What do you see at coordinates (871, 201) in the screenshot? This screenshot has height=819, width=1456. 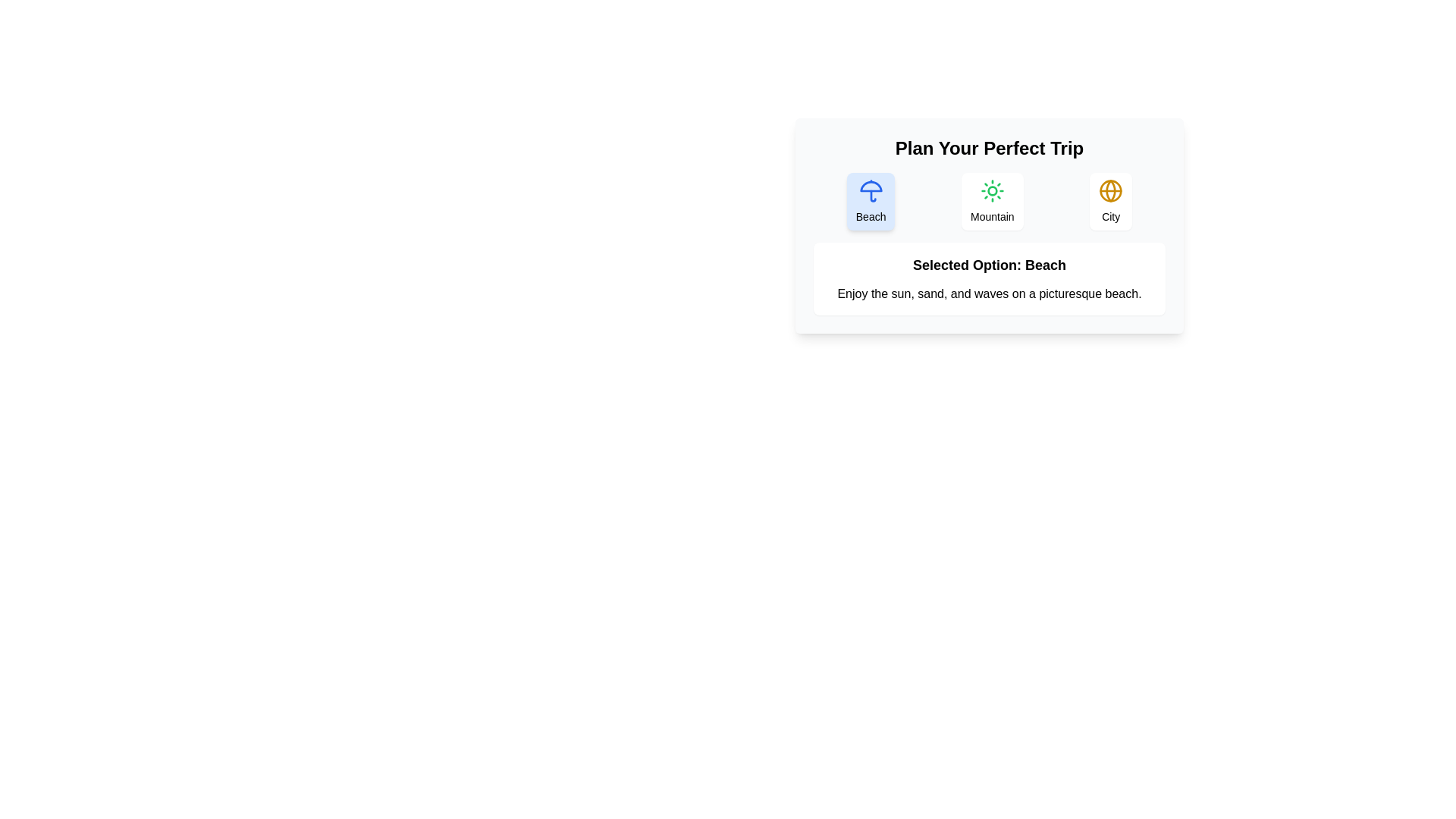 I see `the 'Beach' button, which features a blue umbrella icon and a bold 'Beach' label, located as the leftmost option in a horizontal group of three cards` at bounding box center [871, 201].